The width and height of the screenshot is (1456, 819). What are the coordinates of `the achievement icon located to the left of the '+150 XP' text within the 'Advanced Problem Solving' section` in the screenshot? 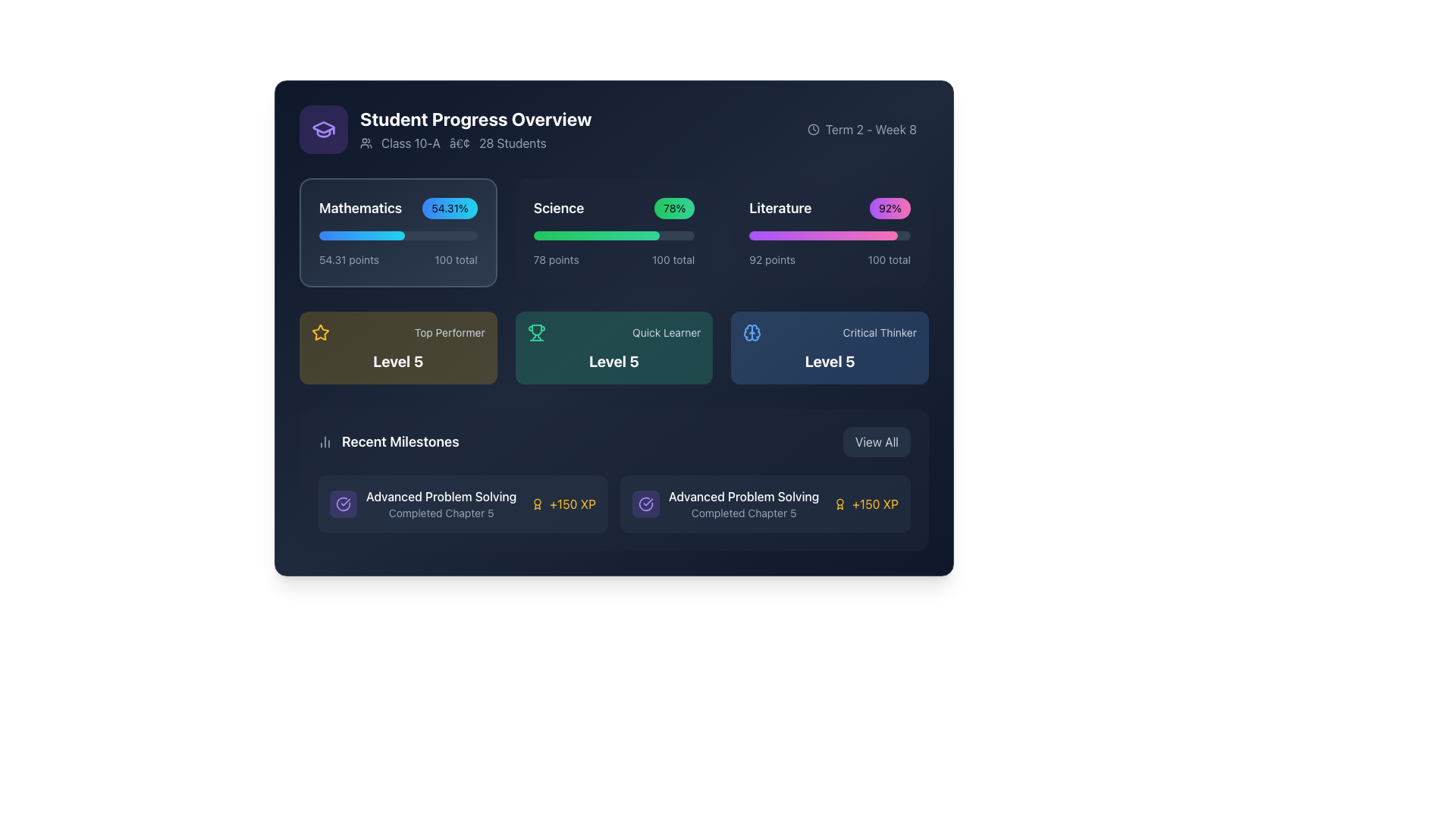 It's located at (839, 504).